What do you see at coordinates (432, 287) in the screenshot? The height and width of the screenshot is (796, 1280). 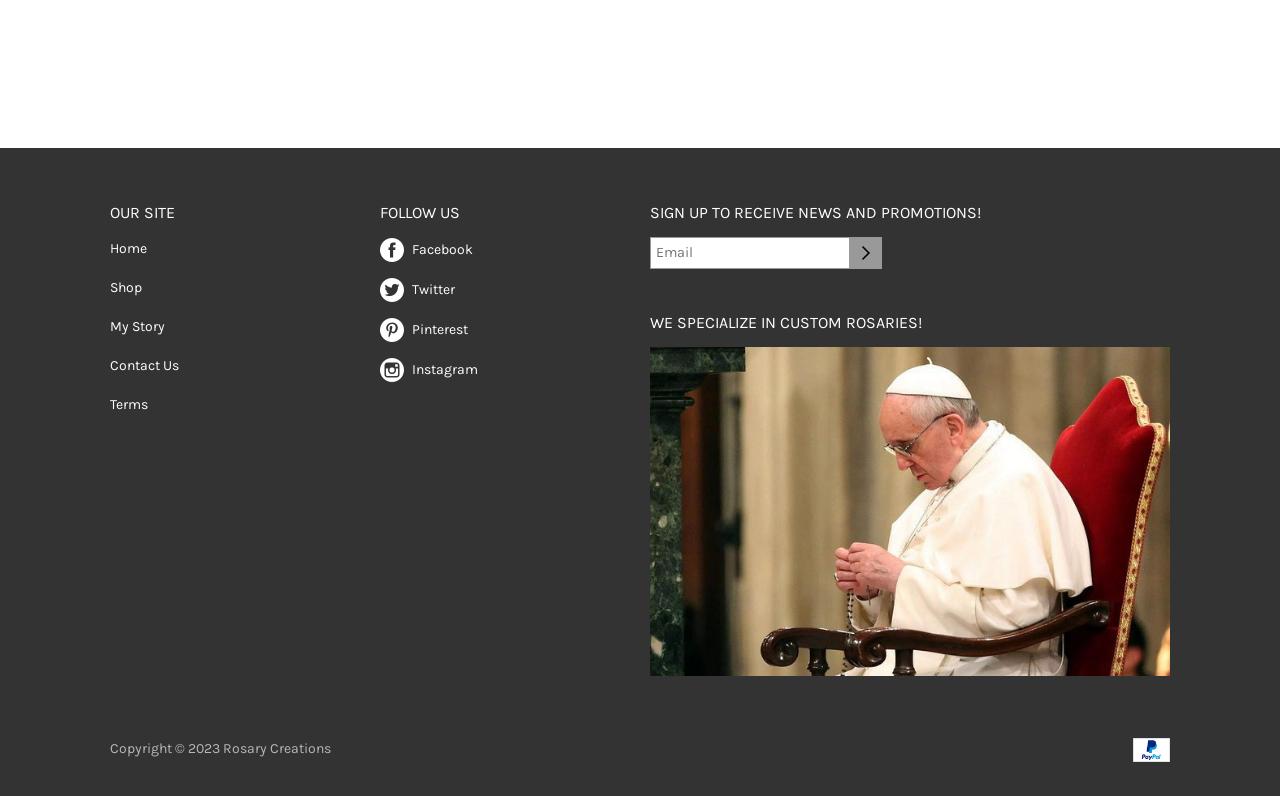 I see `'Twitter'` at bounding box center [432, 287].